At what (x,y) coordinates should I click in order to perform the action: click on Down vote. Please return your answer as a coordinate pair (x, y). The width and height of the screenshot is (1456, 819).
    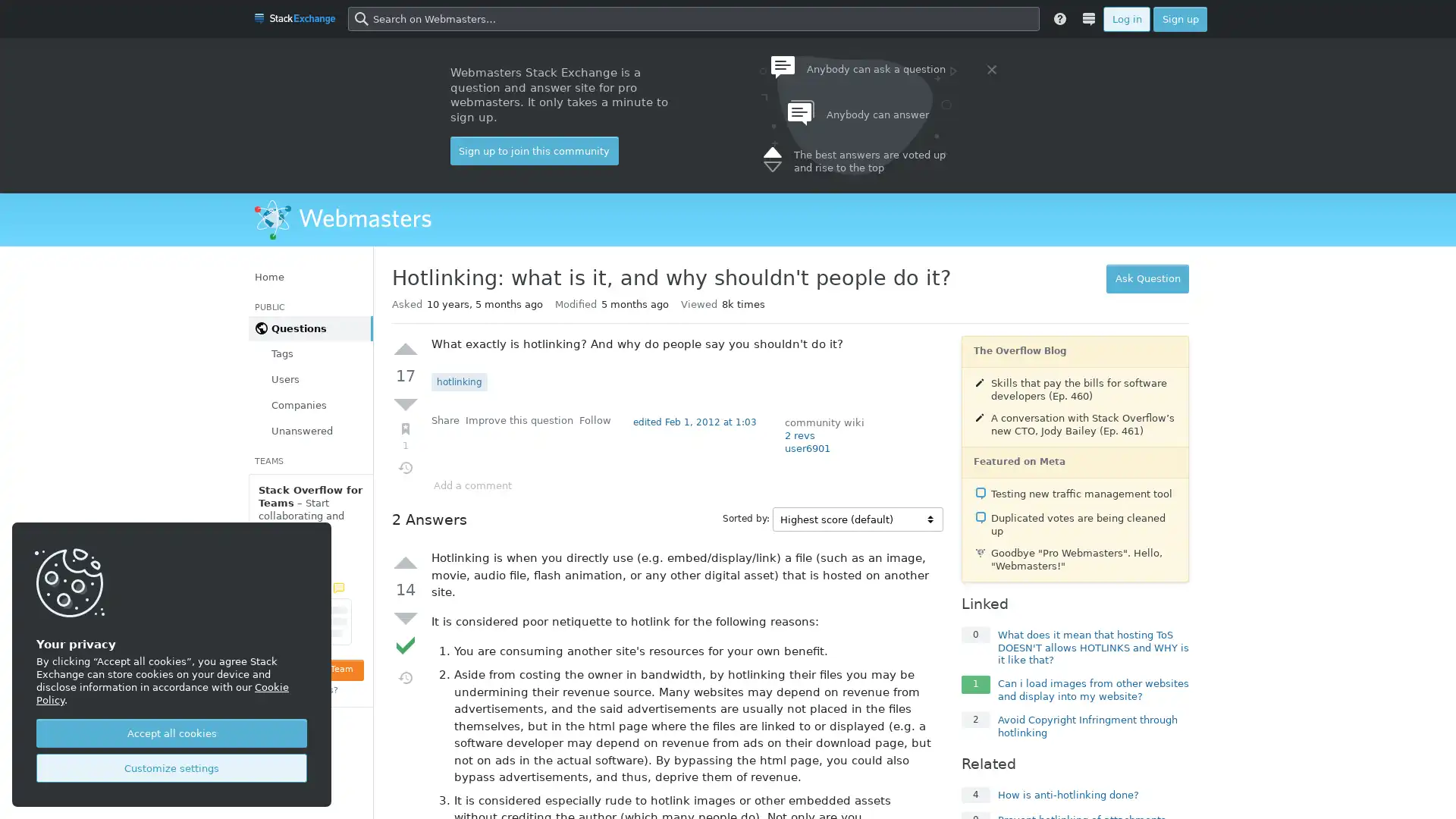
    Looking at the image, I should click on (405, 617).